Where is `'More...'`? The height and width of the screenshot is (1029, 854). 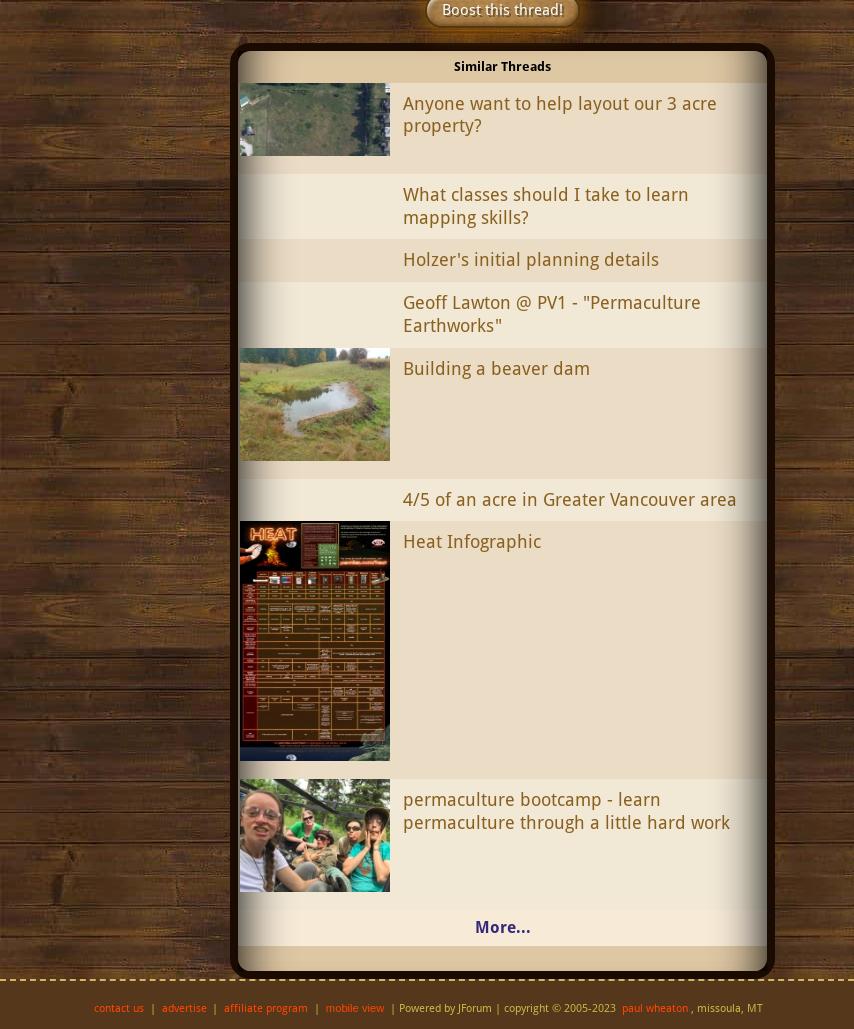 'More...' is located at coordinates (500, 927).